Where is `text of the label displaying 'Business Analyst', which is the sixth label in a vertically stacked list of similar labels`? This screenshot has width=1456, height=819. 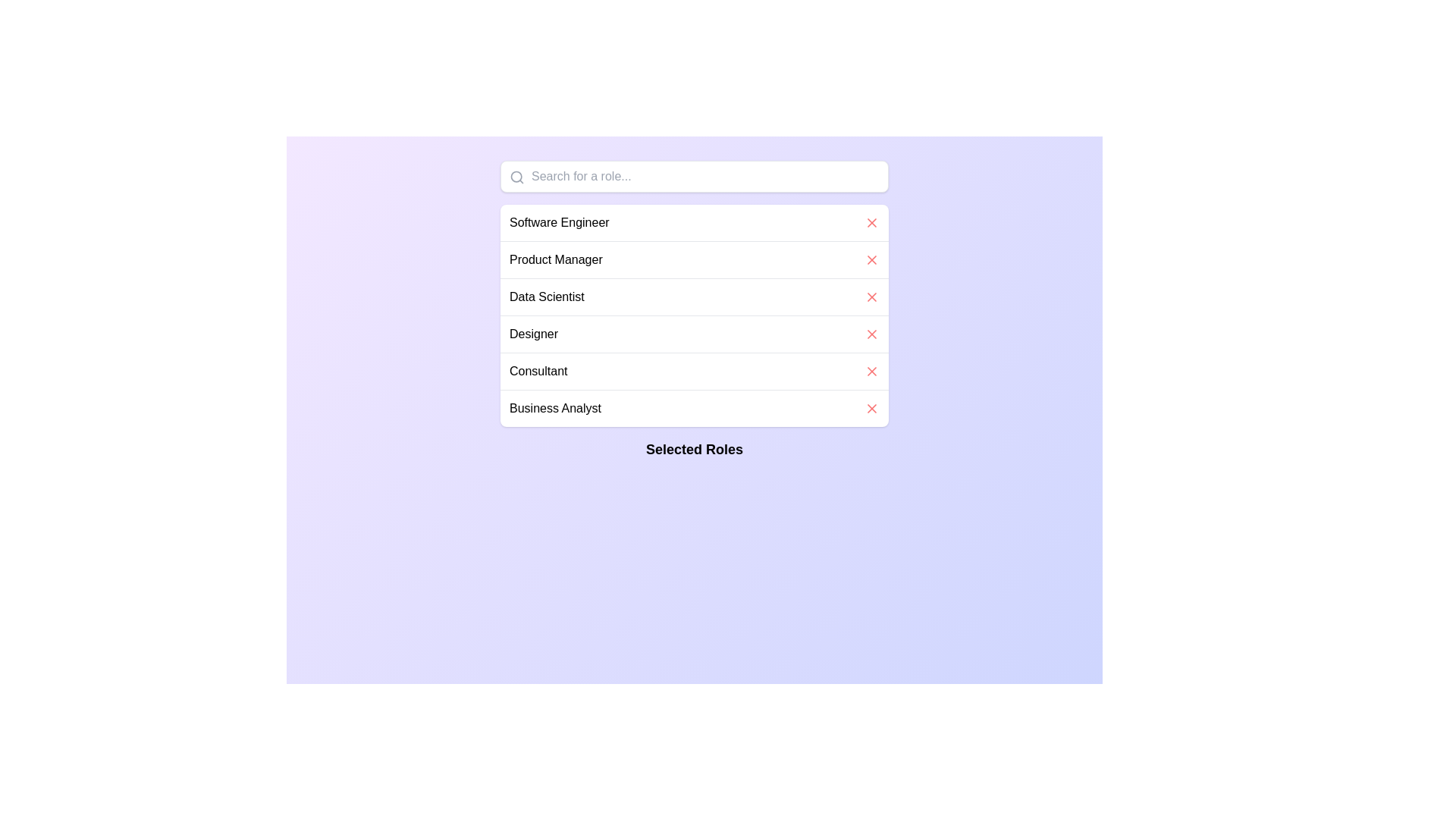
text of the label displaying 'Business Analyst', which is the sixth label in a vertically stacked list of similar labels is located at coordinates (554, 408).